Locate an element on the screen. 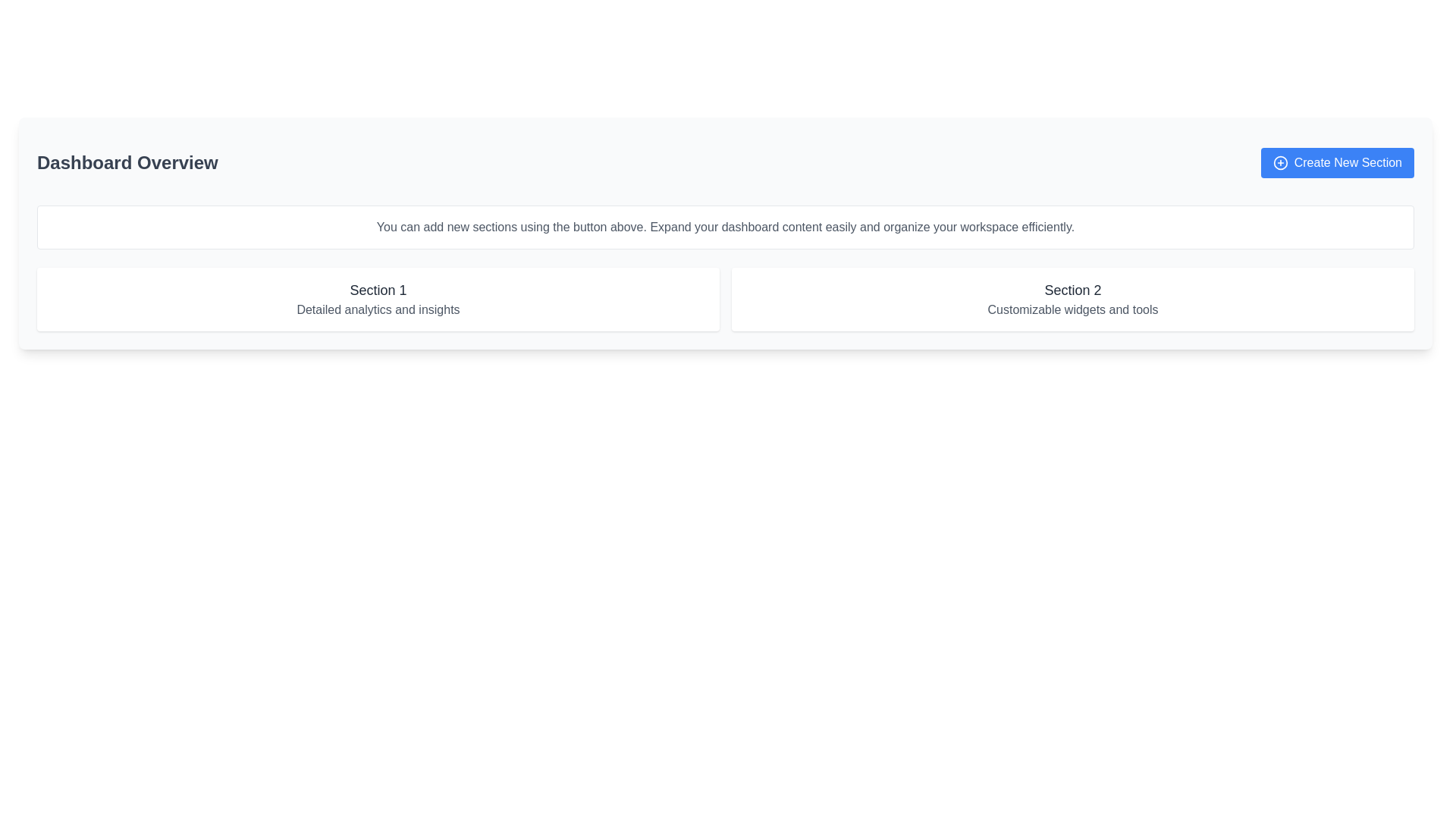 This screenshot has width=1456, height=819. the text label that serves as a descriptive label for 'Section 2', positioned below the title in the right section of the dashboard is located at coordinates (1072, 309).